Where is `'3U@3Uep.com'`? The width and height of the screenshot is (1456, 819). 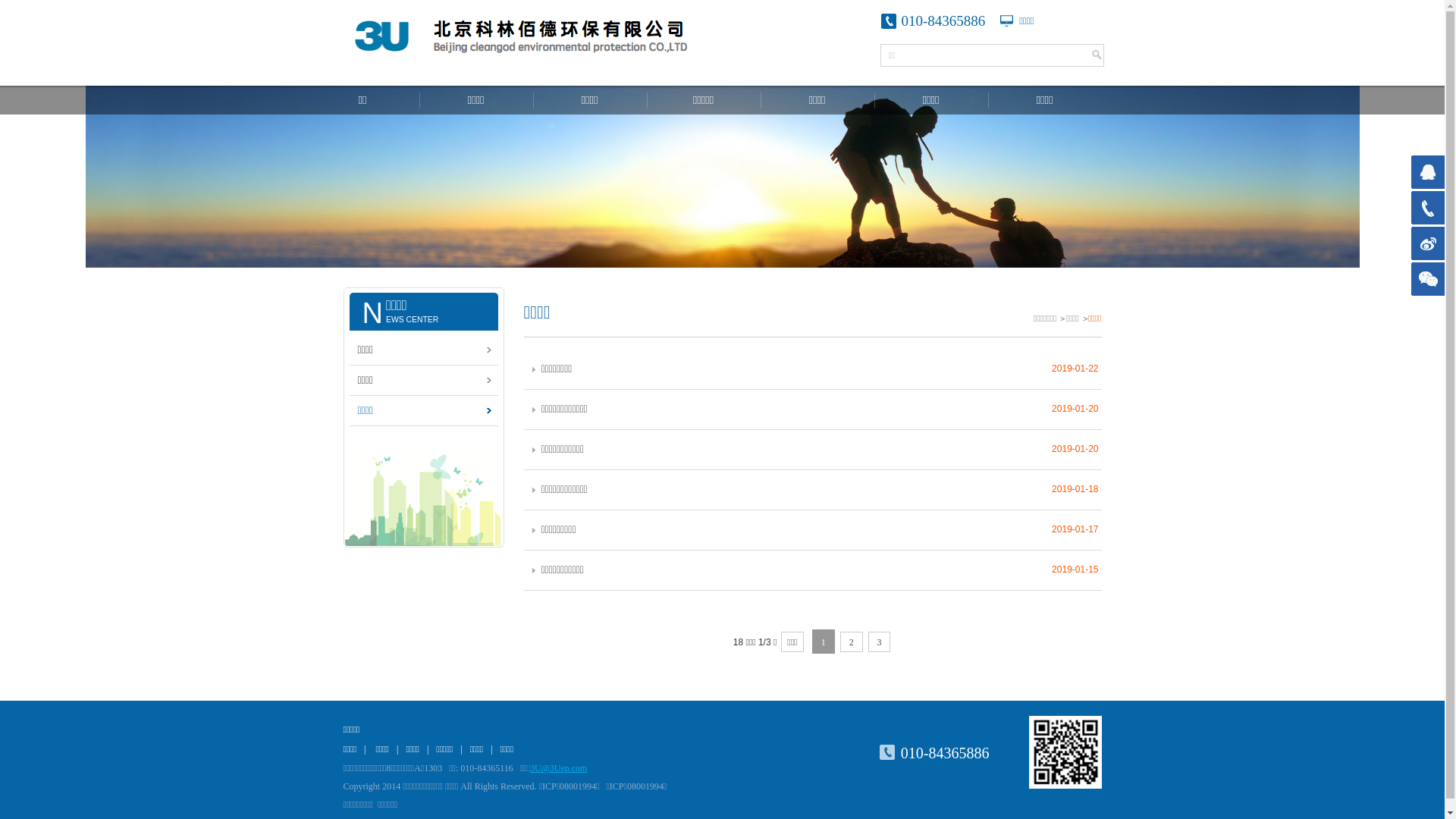
'3U@3Uep.com' is located at coordinates (530, 768).